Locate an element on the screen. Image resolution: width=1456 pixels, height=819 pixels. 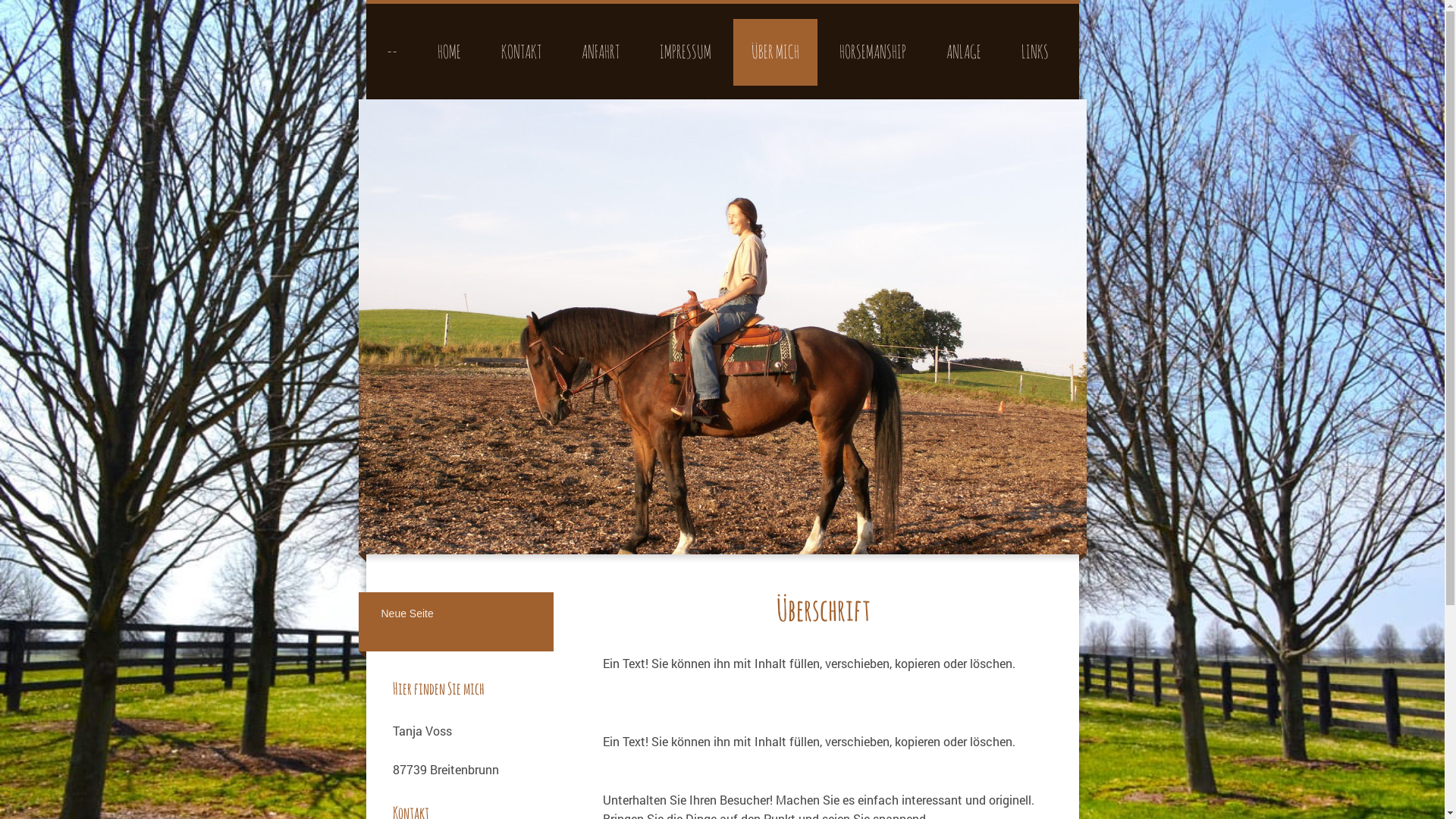
'HORSEMANSHIP' is located at coordinates (872, 52).